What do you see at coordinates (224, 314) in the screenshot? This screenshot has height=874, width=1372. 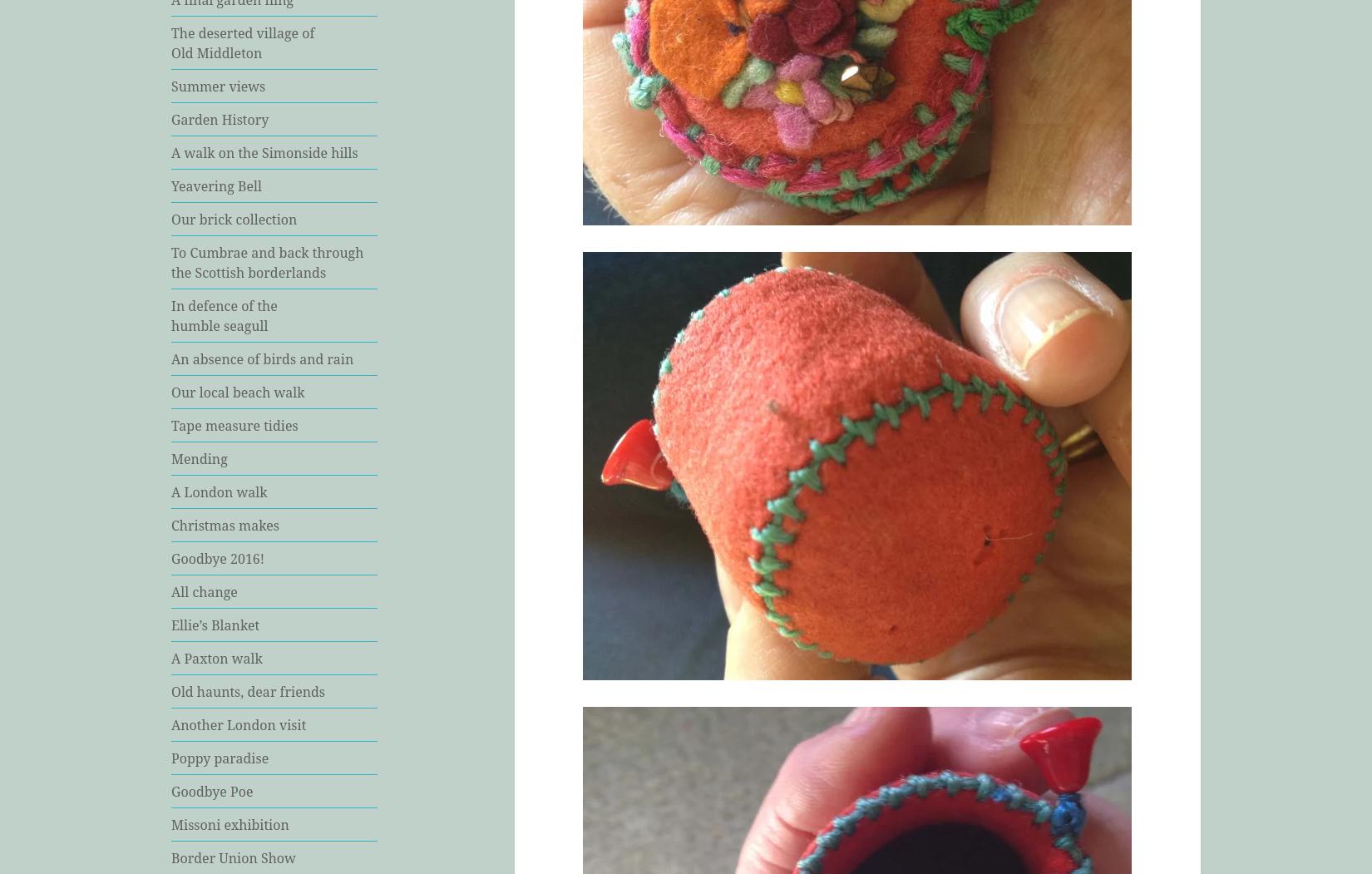 I see `'In defence of the humble seagull'` at bounding box center [224, 314].